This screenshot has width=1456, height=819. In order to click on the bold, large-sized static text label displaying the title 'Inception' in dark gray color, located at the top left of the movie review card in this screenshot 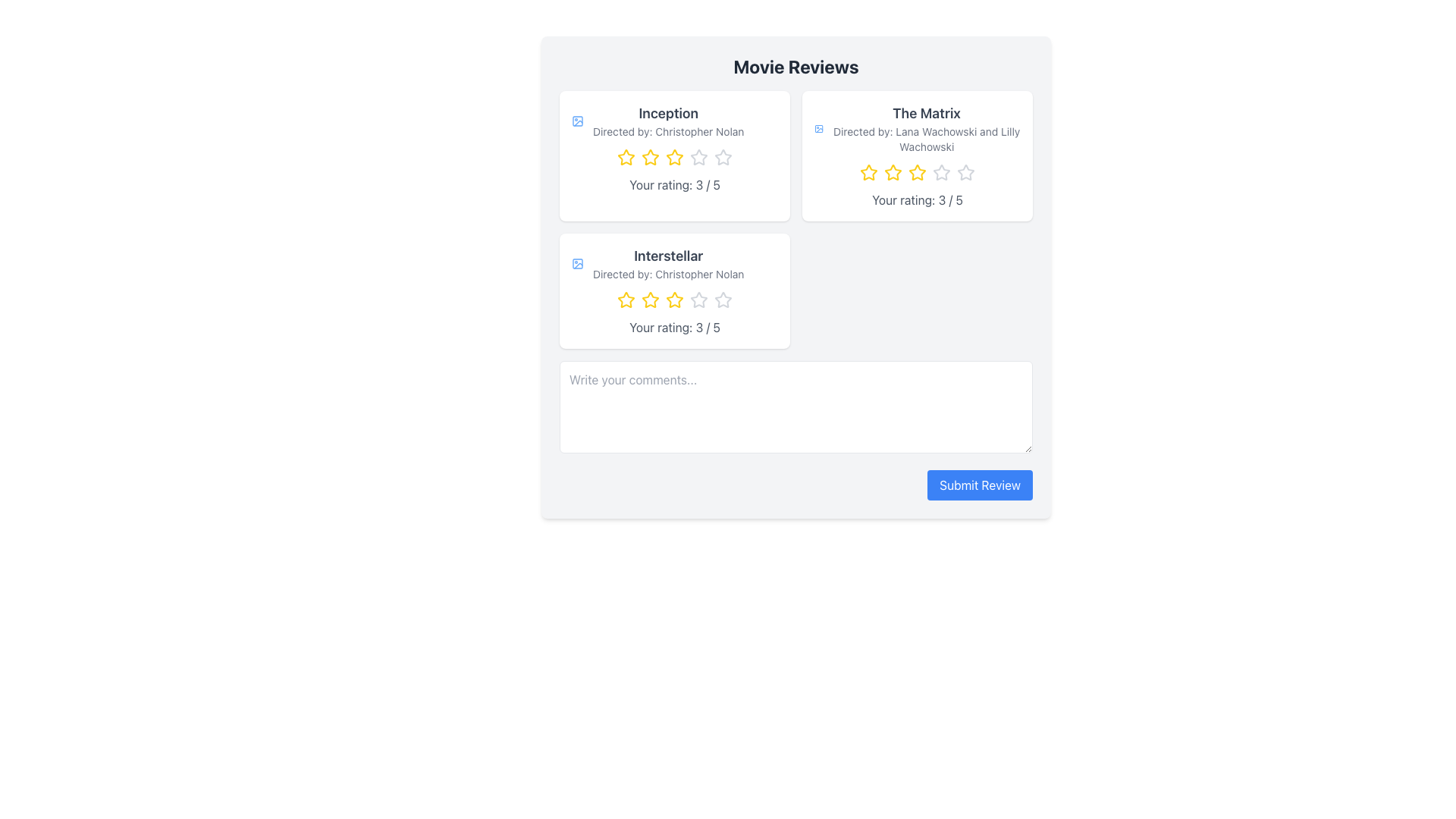, I will do `click(667, 113)`.